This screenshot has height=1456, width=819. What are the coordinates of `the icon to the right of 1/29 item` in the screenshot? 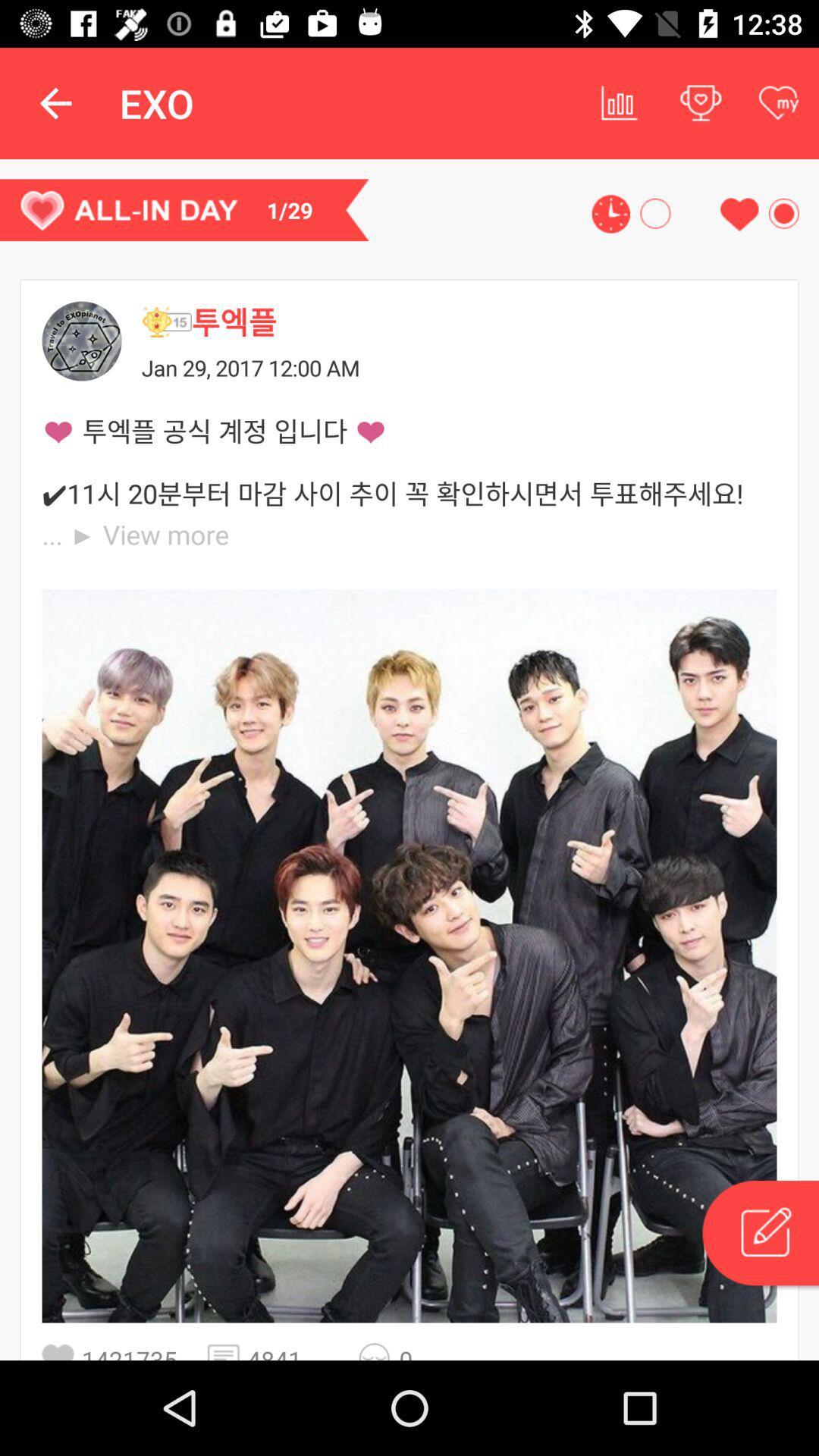 It's located at (610, 213).